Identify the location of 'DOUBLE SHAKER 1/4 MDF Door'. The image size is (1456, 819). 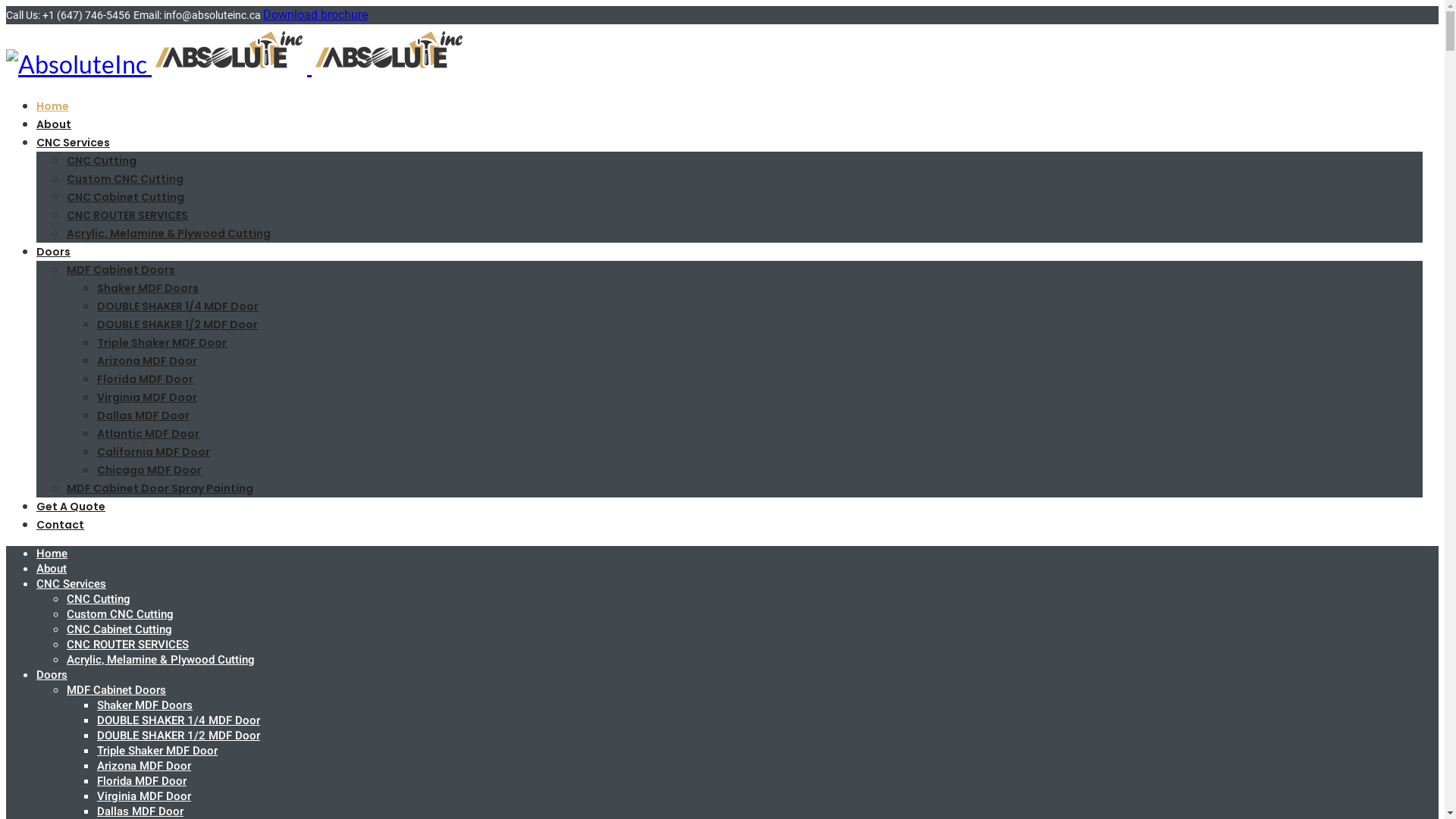
(177, 306).